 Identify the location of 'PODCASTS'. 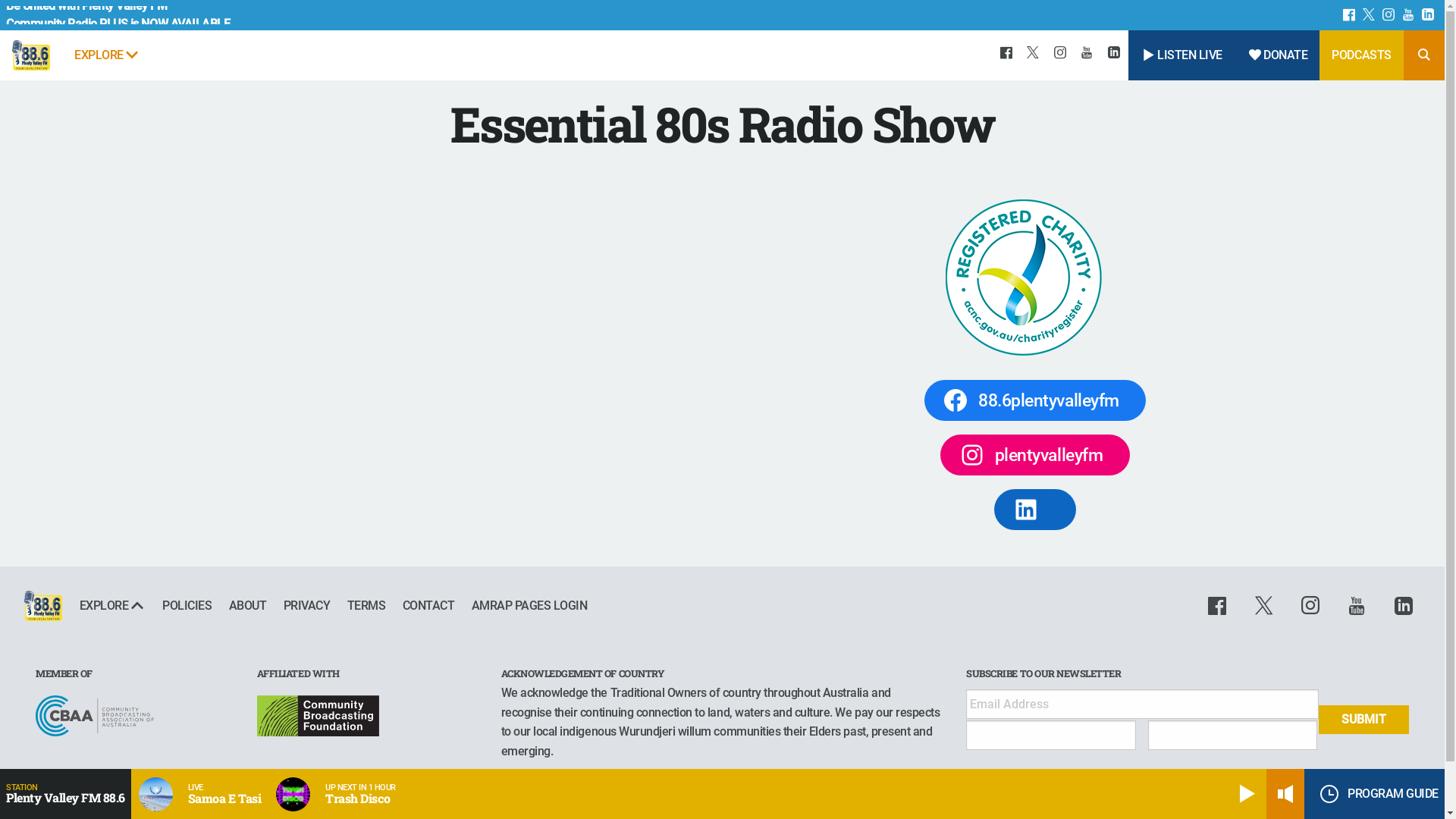
(1361, 55).